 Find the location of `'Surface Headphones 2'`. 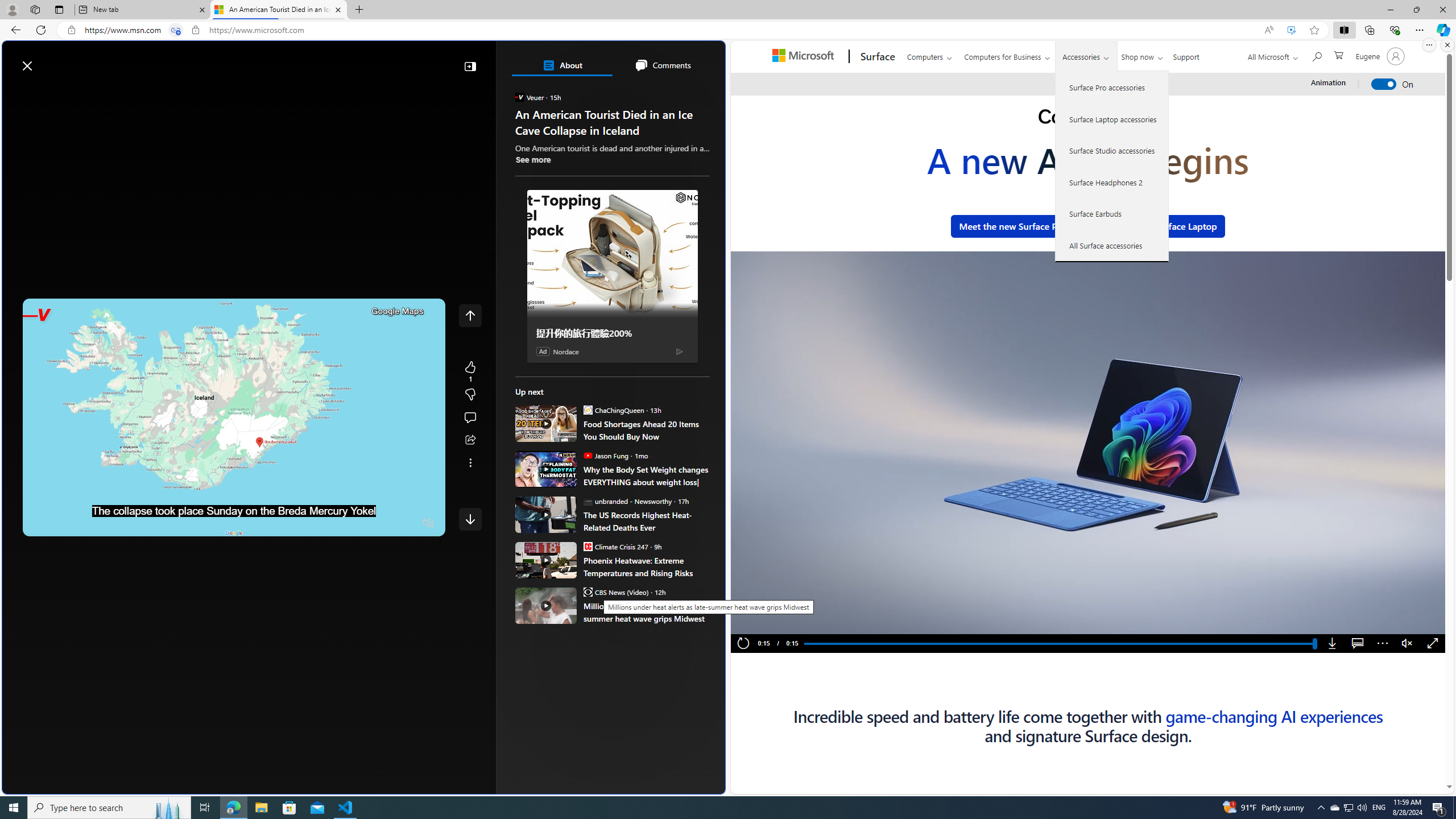

'Surface Headphones 2' is located at coordinates (1111, 181).